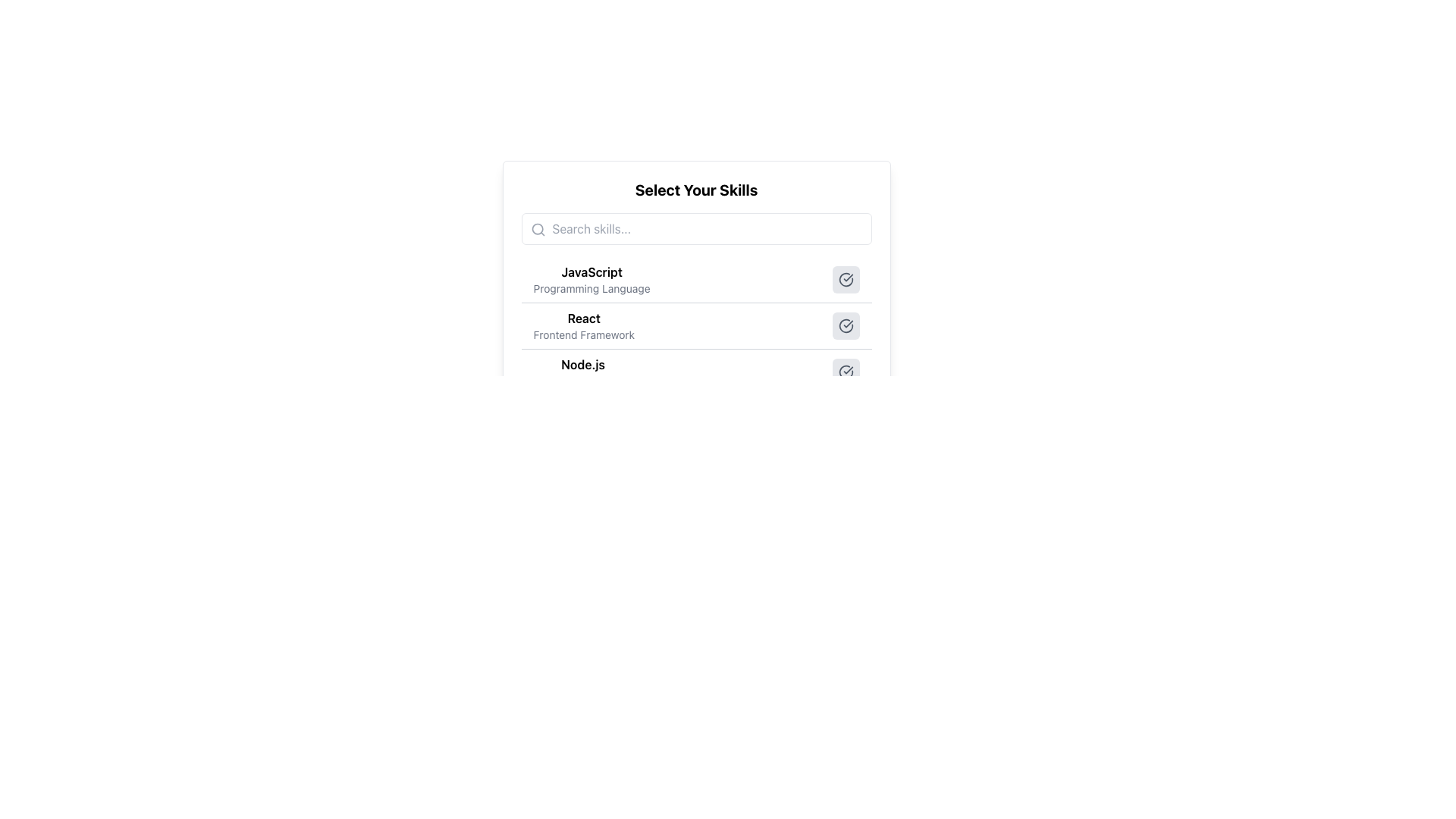 This screenshot has width=1456, height=819. Describe the element at coordinates (583, 334) in the screenshot. I see `the 'Frontend Framework' text label located beneath the 'React' title` at that location.